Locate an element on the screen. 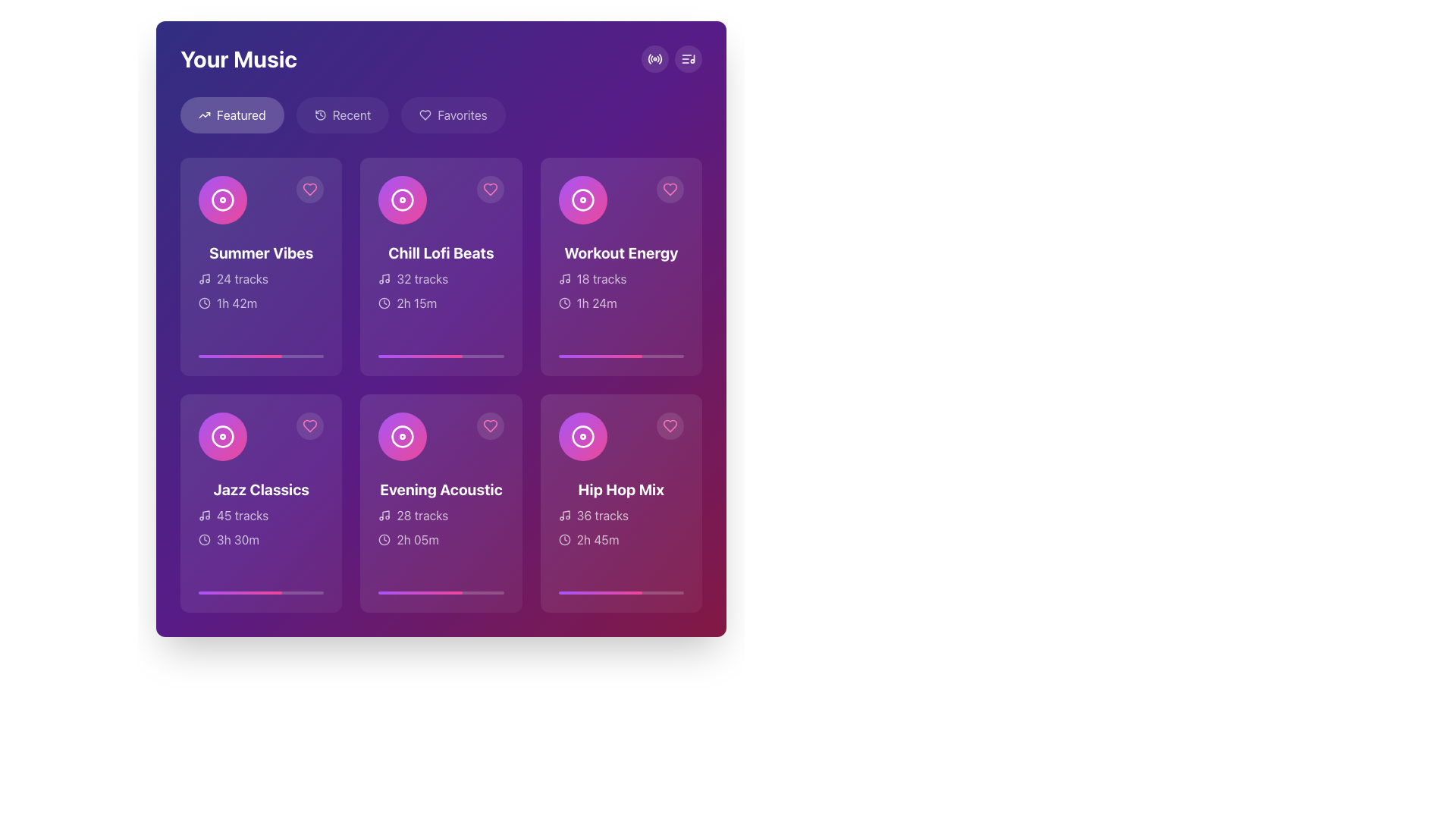 The image size is (1456, 819). text from the Display card for the music mix located at the center of the third entry in the second row of a grid layout, which provides information about the mix including its title, number of tracks, and duration is located at coordinates (621, 513).